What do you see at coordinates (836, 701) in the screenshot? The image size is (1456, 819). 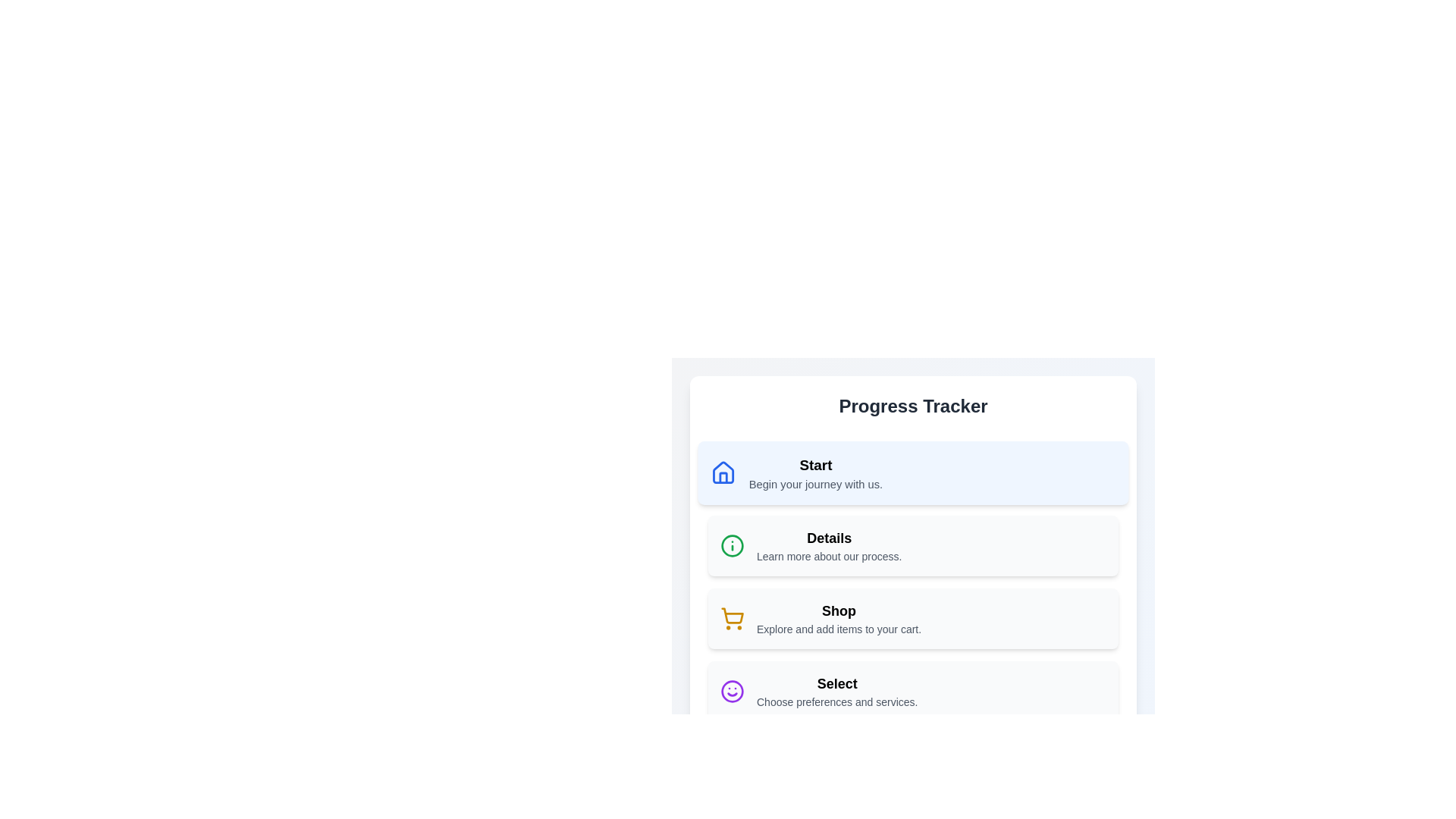 I see `the static text element that provides additional descriptive information directly beneath the 'Select' title in the progress tracker display` at bounding box center [836, 701].